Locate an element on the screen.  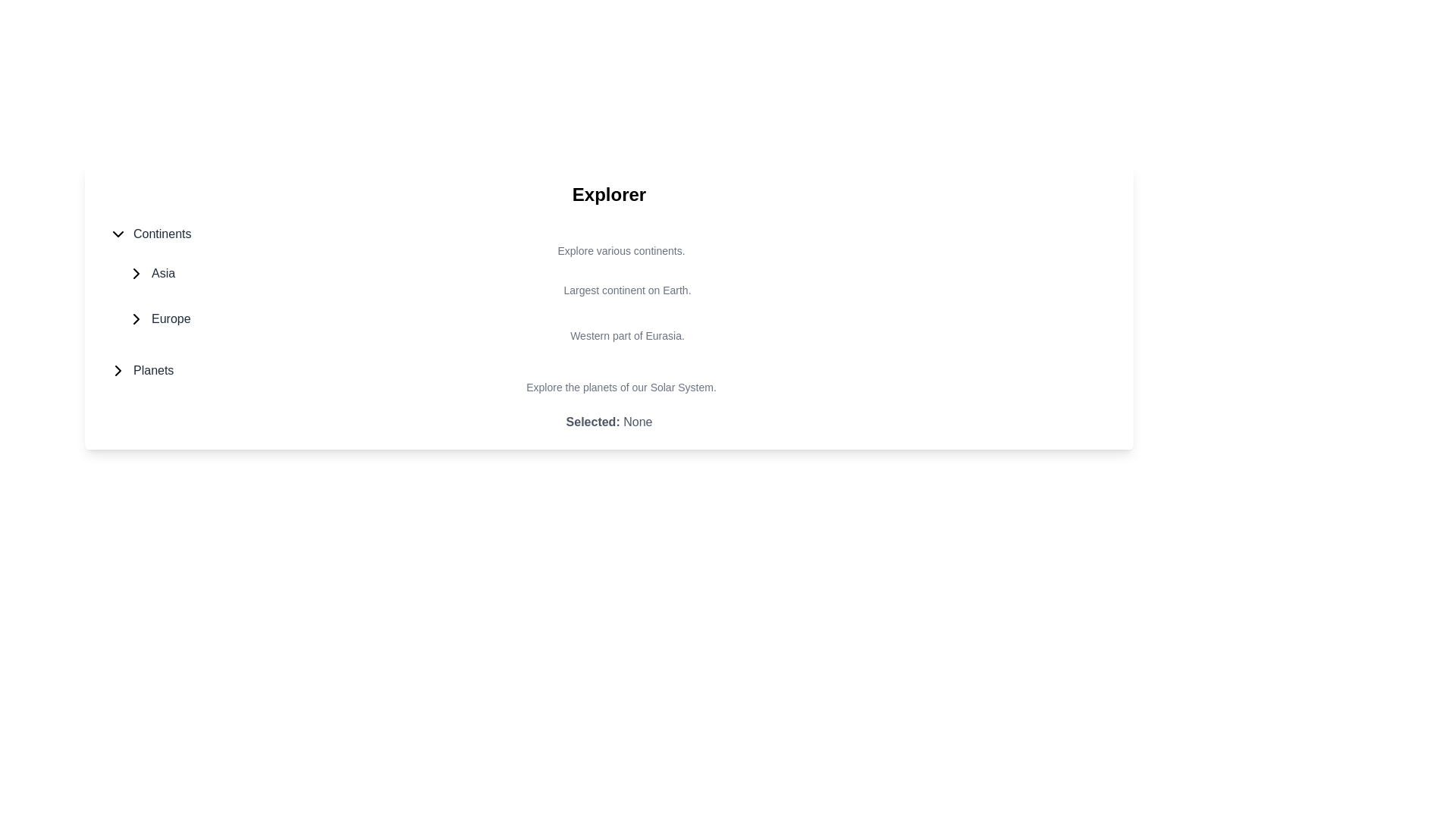
the static text element that displays 'Explore various continents.' which is positioned below the title 'Continents' in a list-style layout is located at coordinates (609, 250).